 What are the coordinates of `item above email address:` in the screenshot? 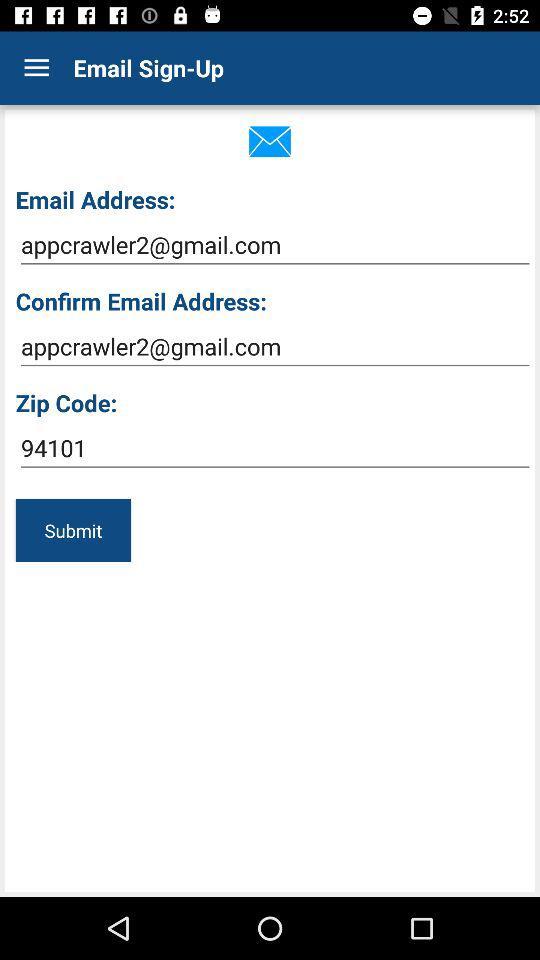 It's located at (36, 68).